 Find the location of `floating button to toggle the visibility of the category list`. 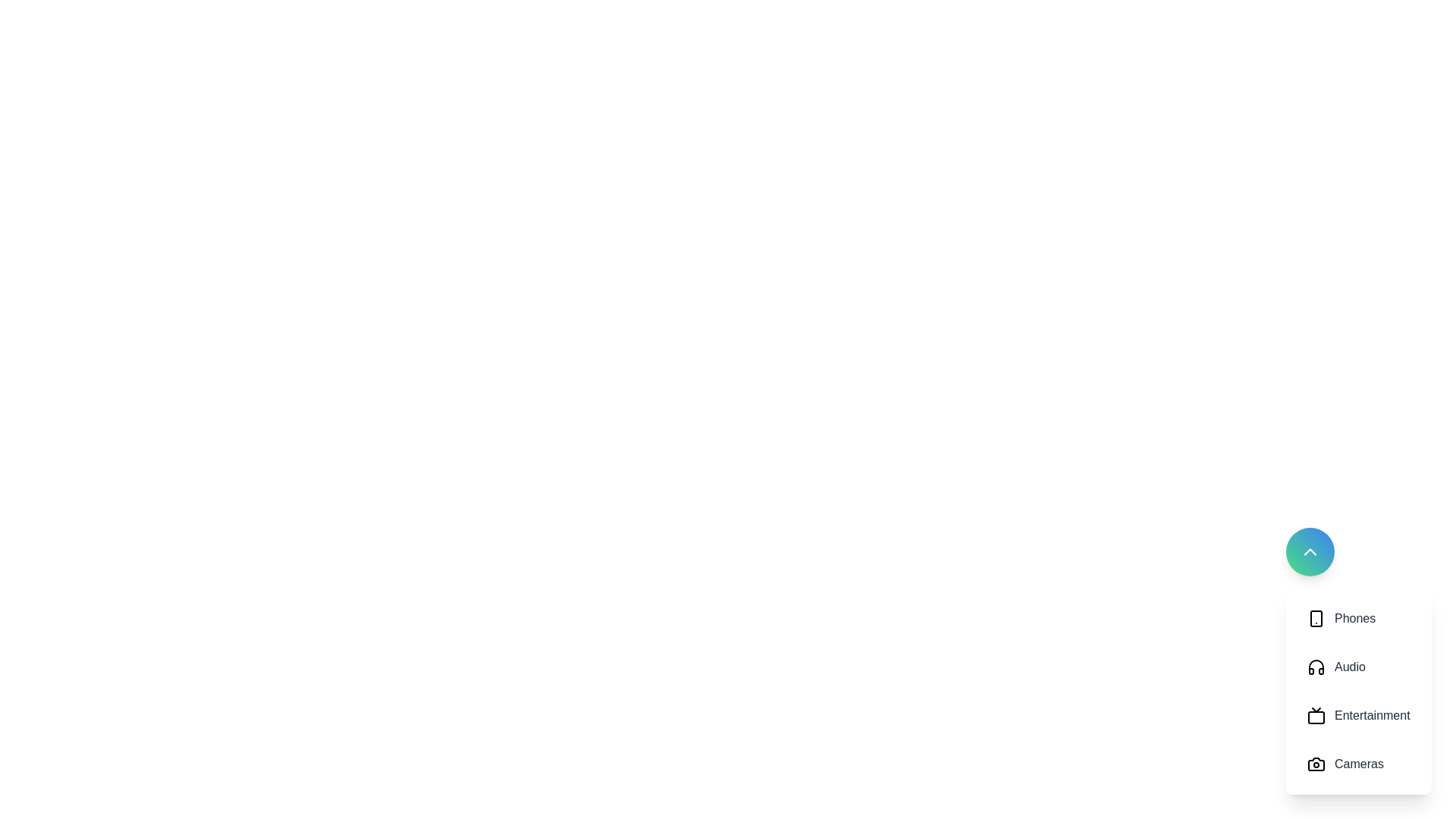

floating button to toggle the visibility of the category list is located at coordinates (1310, 552).